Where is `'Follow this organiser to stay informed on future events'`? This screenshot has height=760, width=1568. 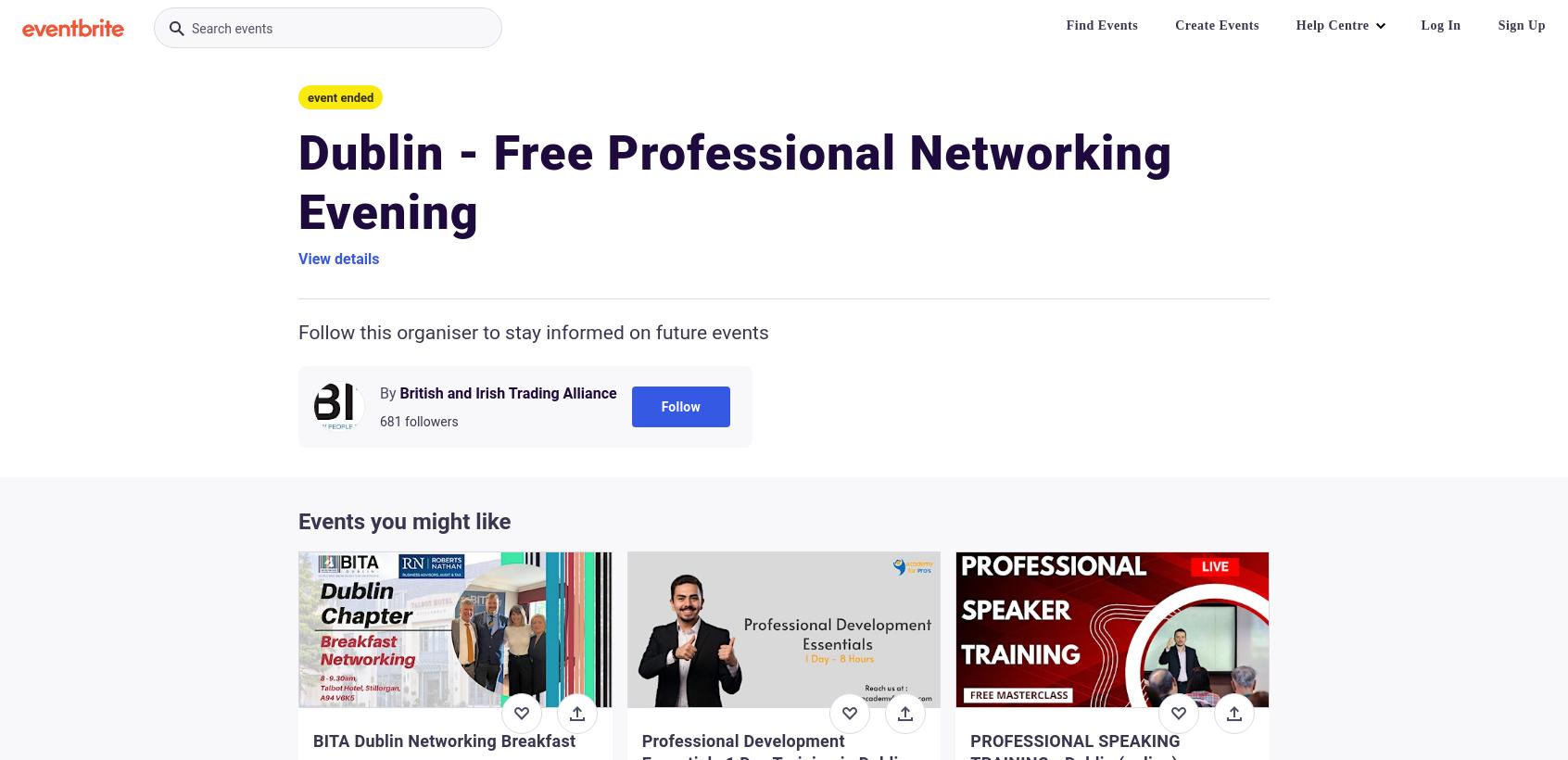 'Follow this organiser to stay informed on future events' is located at coordinates (297, 331).